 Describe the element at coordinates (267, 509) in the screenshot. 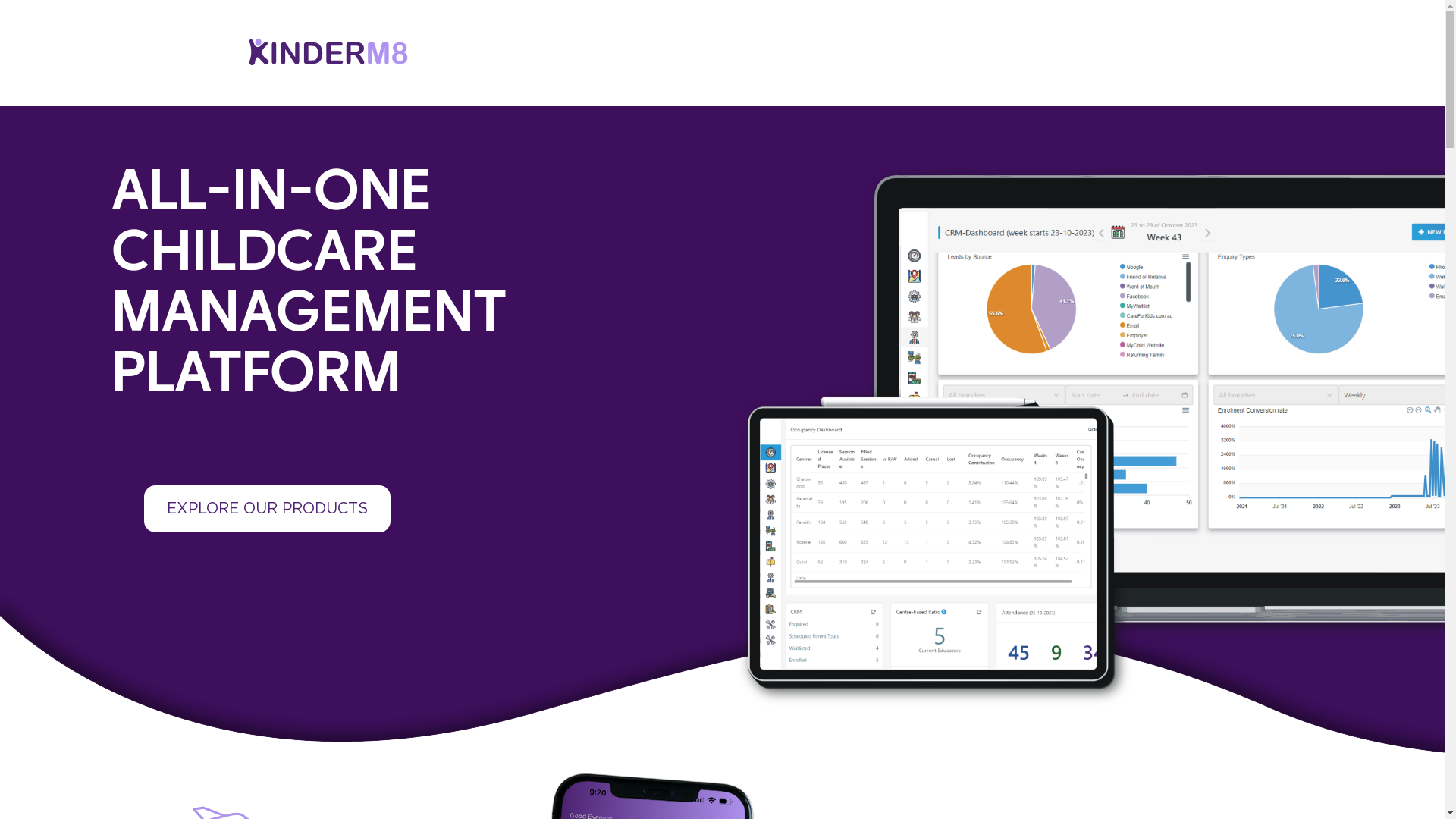

I see `'EXPLORE OUR PRODUCTS'` at that location.